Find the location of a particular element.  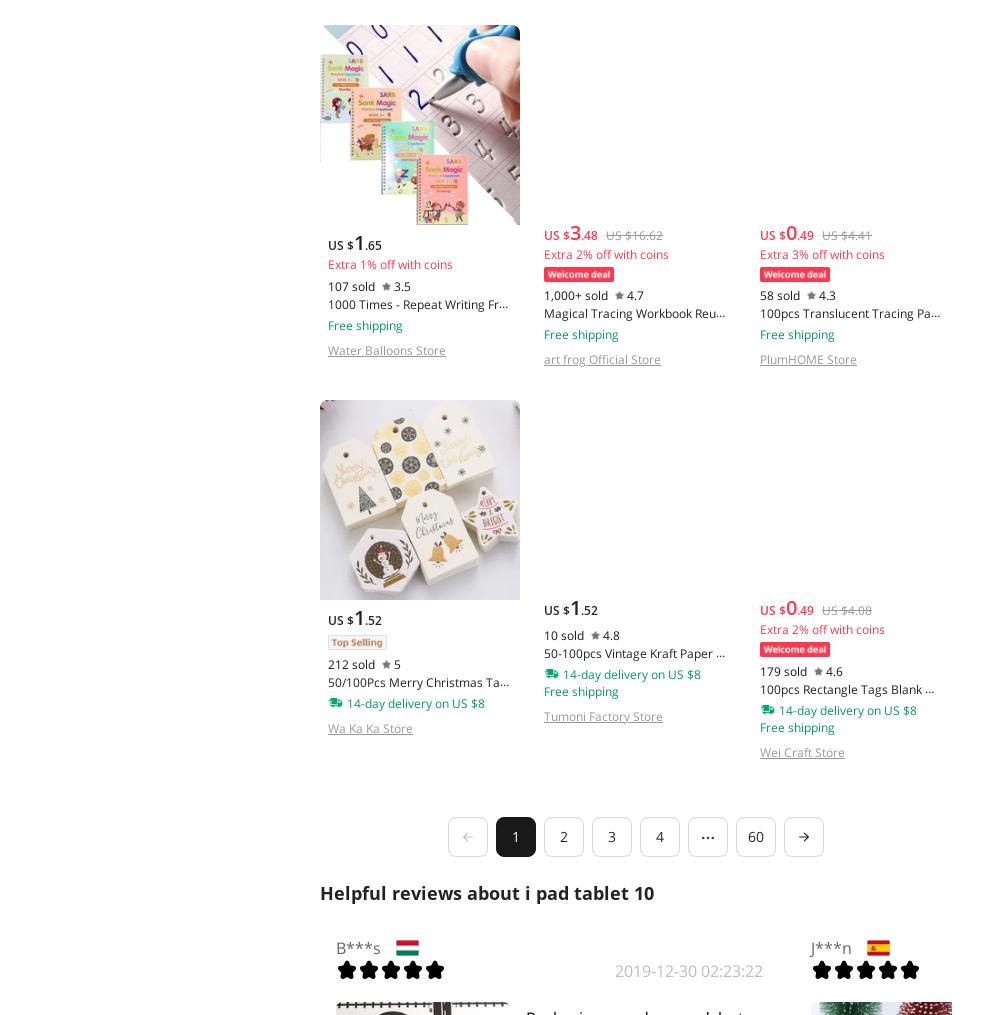

'Wa Ka Ka Store' is located at coordinates (369, 726).